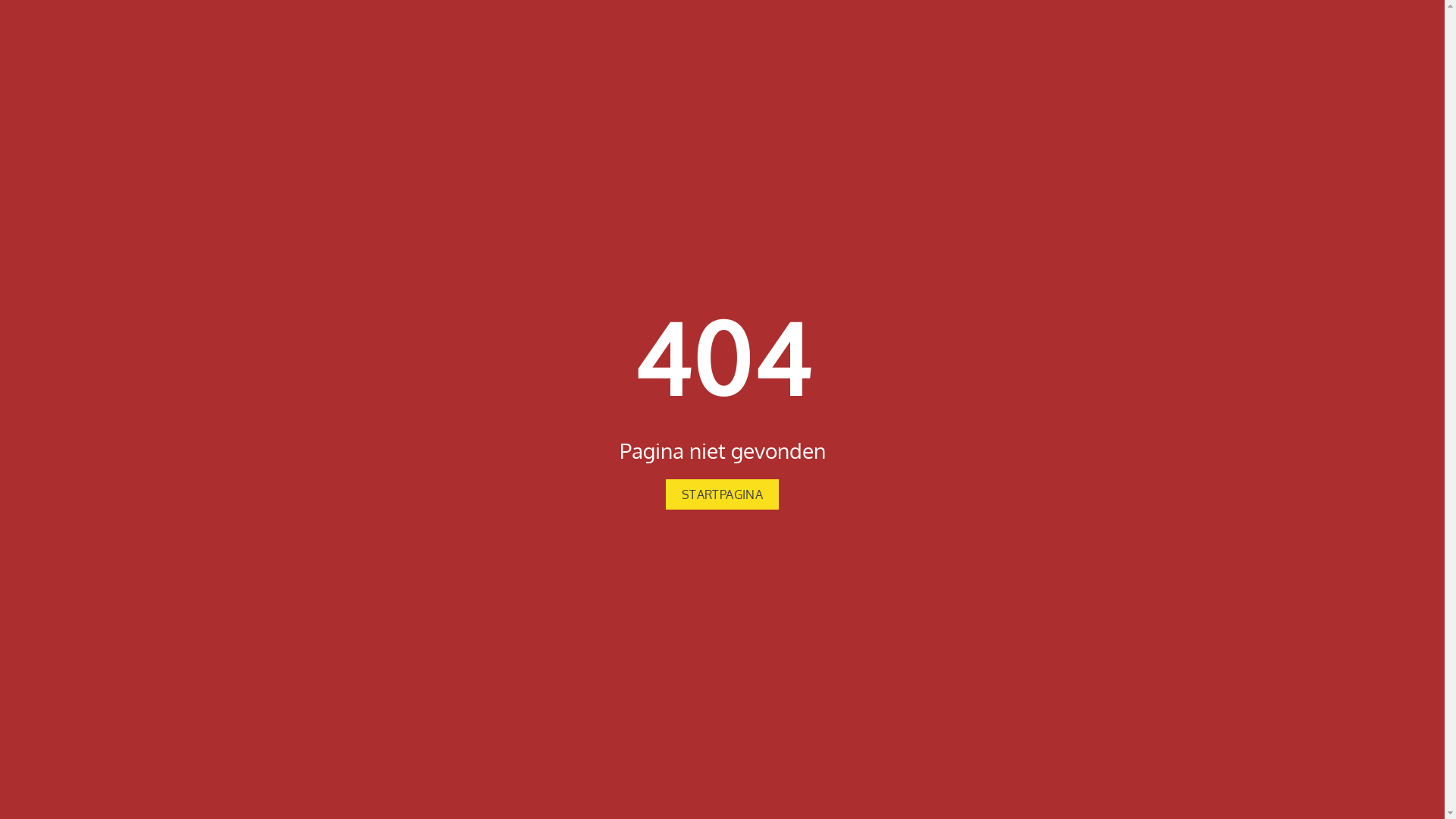 The width and height of the screenshot is (1456, 819). Describe the element at coordinates (721, 494) in the screenshot. I see `'STARTPAGINA'` at that location.